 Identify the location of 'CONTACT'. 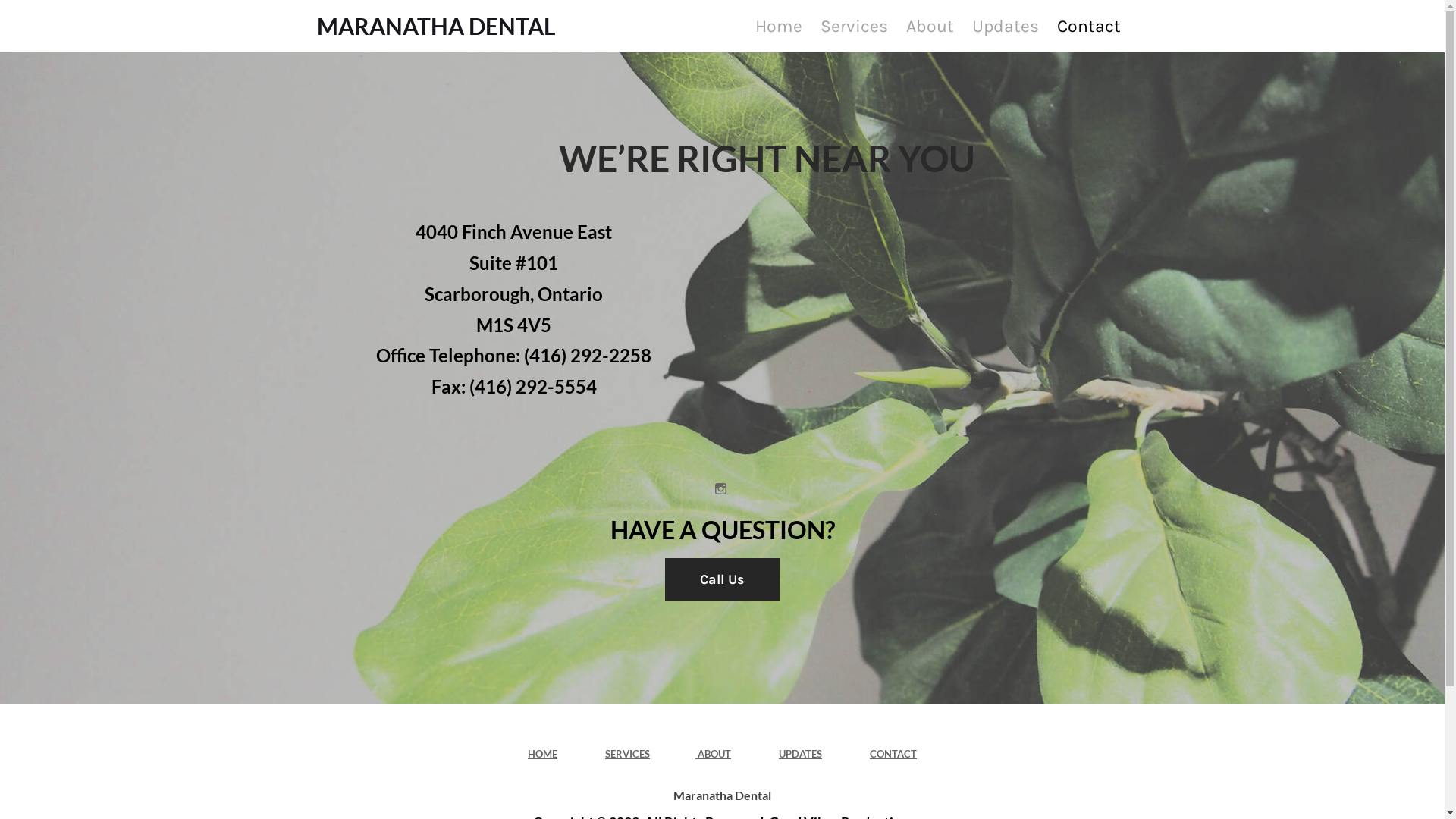
(893, 754).